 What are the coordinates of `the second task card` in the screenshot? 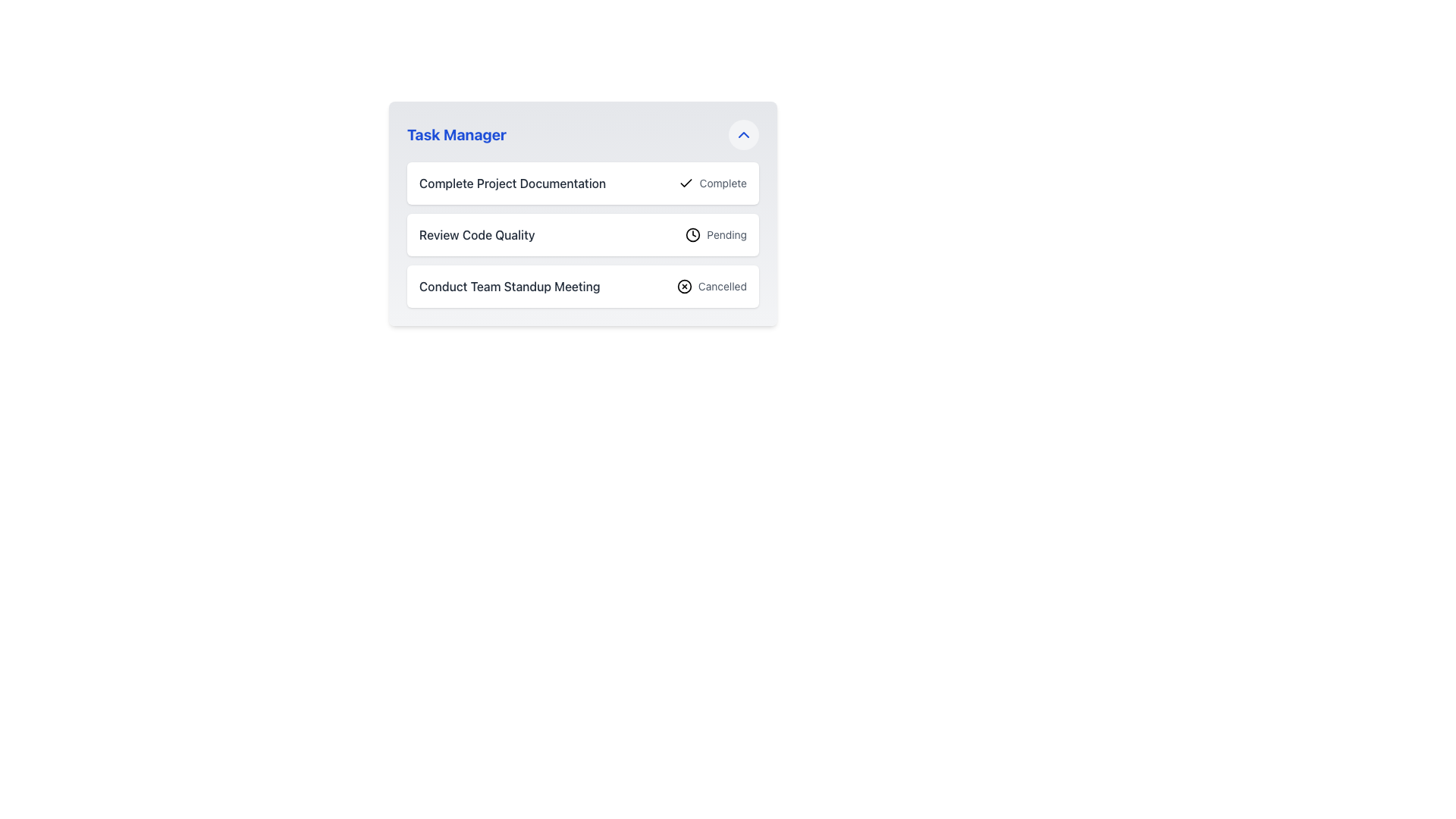 It's located at (582, 234).